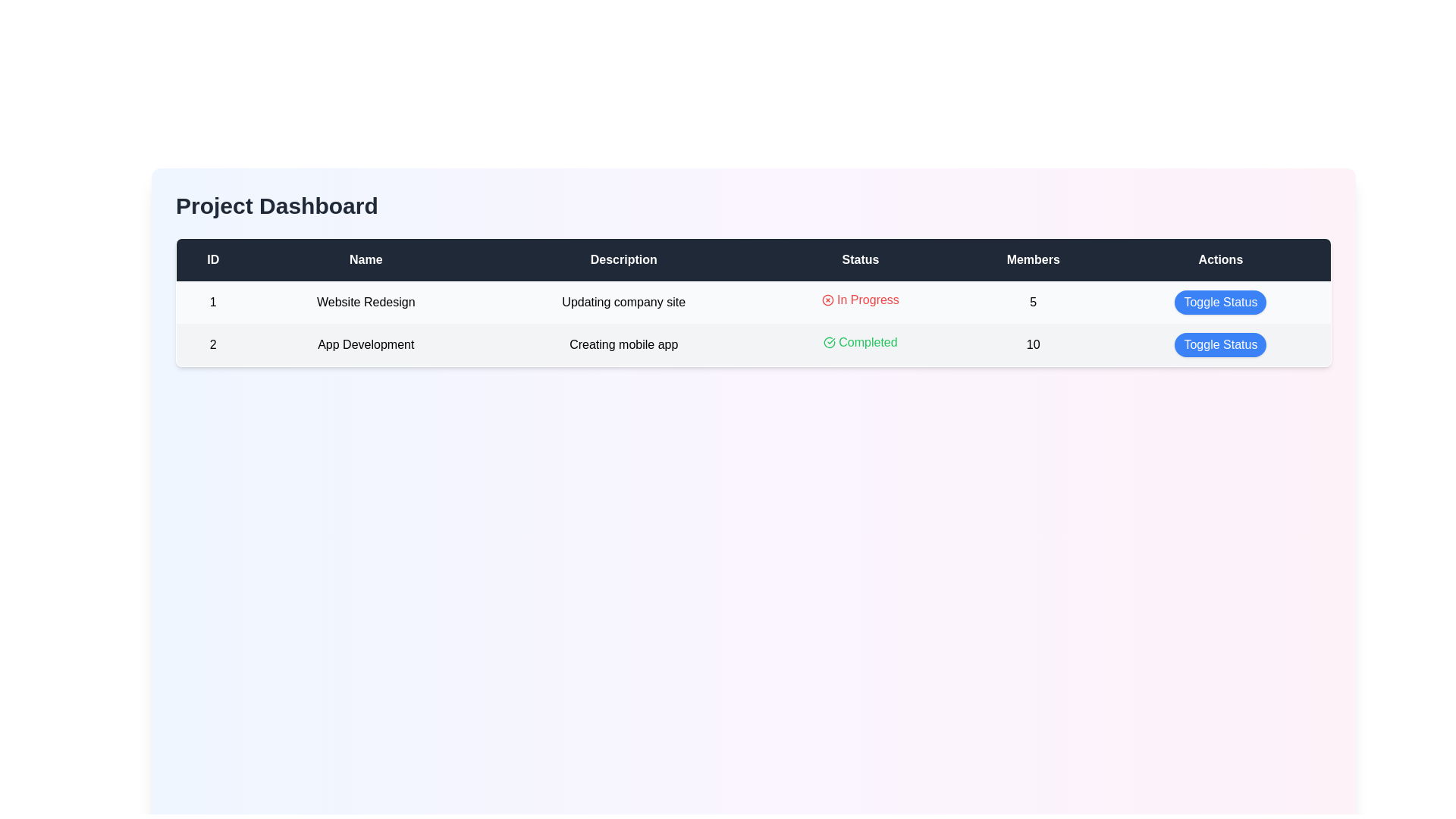 Image resolution: width=1456 pixels, height=819 pixels. What do you see at coordinates (1220, 302) in the screenshot?
I see `the toggle button in the 'Actions' column of the first row in the 'Project Dashboard' to change the status of the associated item or project` at bounding box center [1220, 302].